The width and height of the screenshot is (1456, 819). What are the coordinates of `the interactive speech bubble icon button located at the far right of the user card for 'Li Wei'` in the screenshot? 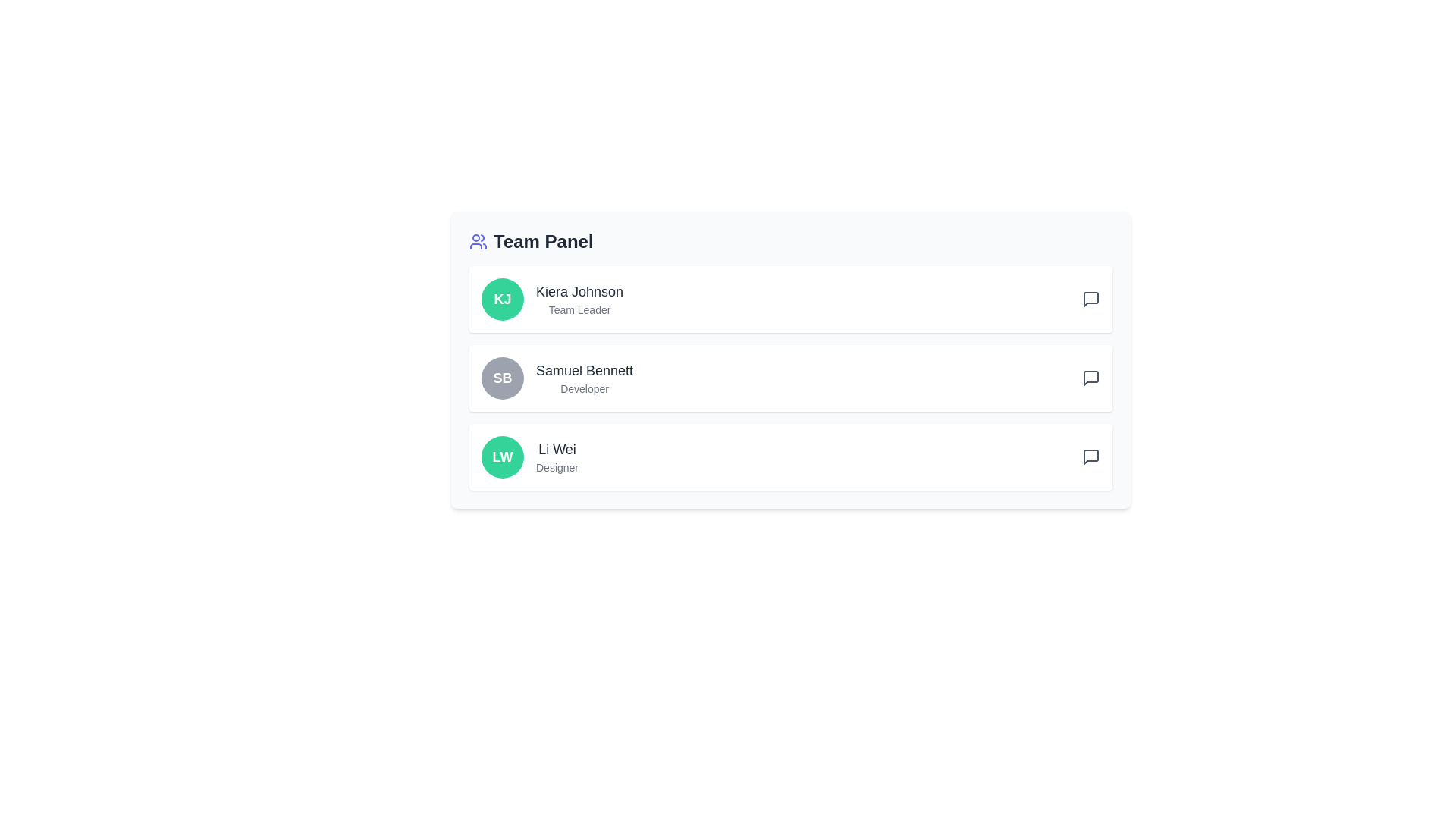 It's located at (1090, 456).